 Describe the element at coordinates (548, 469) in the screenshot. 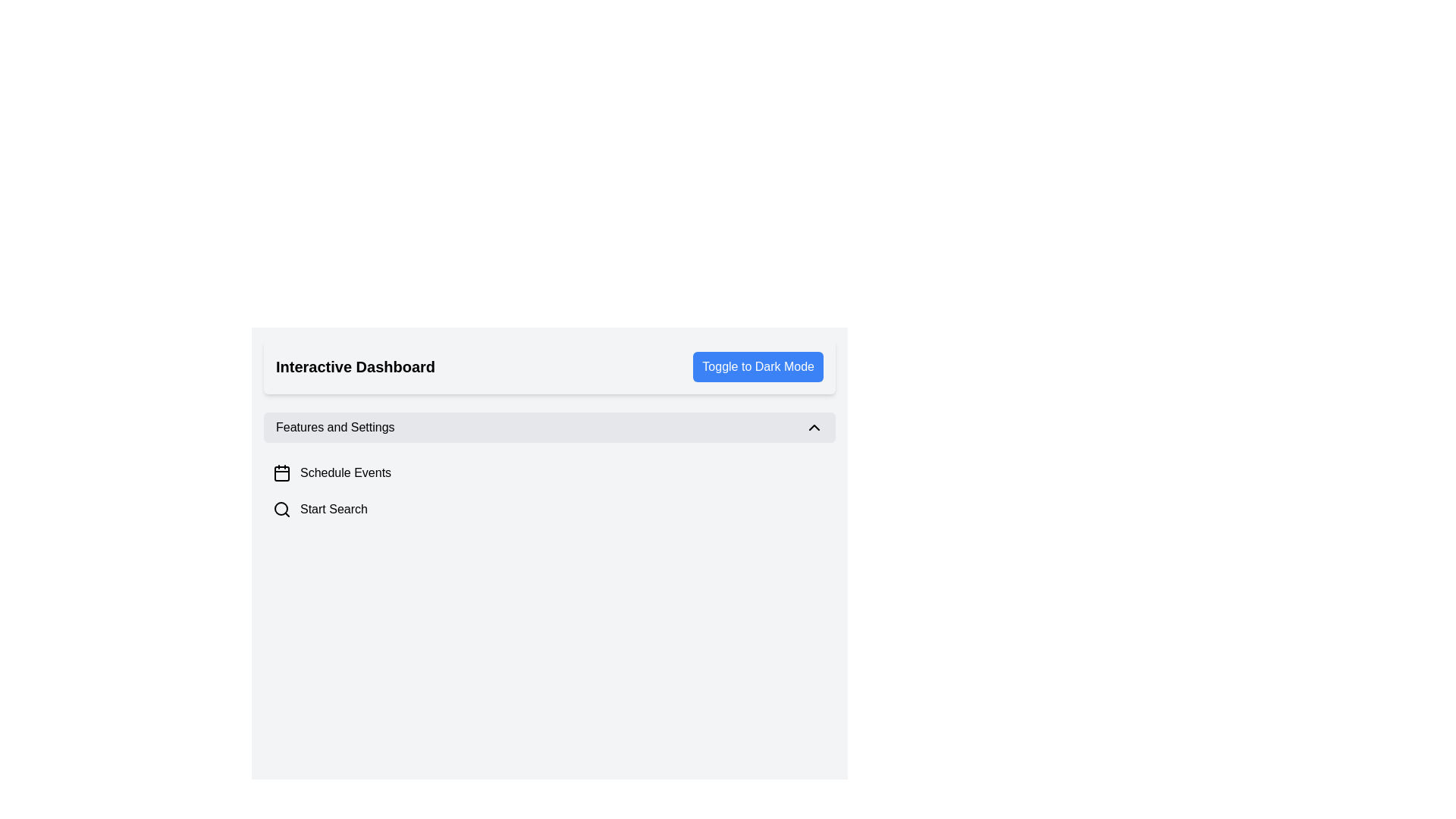

I see `the 'Schedule Events' option in the composite menu located under the 'Features and Settings' section` at that location.